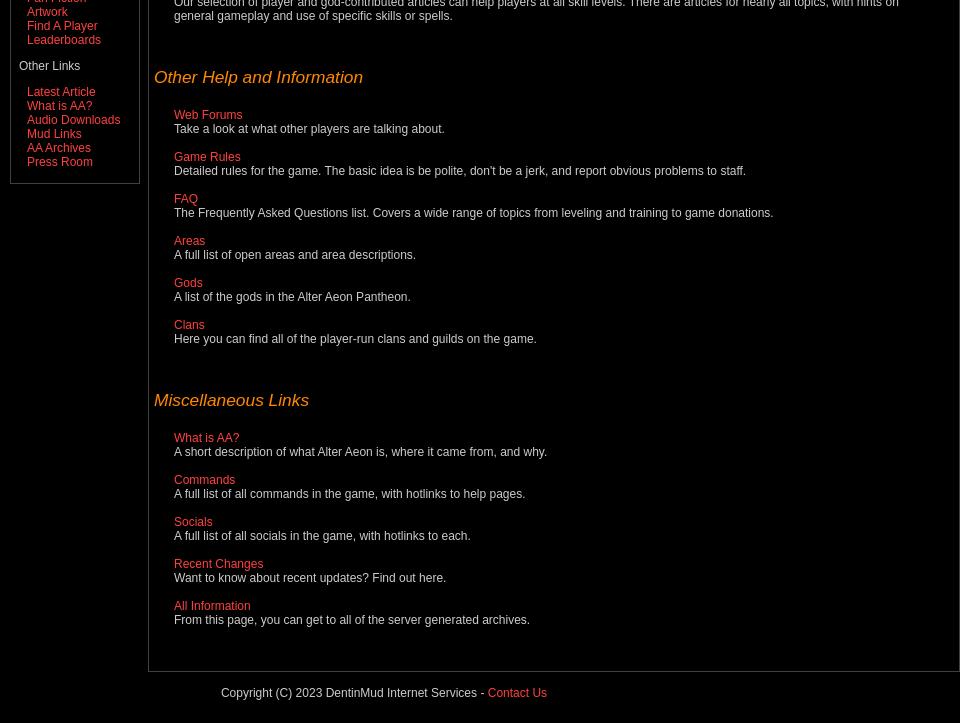 This screenshot has width=960, height=723. I want to click on 'Web Forums', so click(208, 113).